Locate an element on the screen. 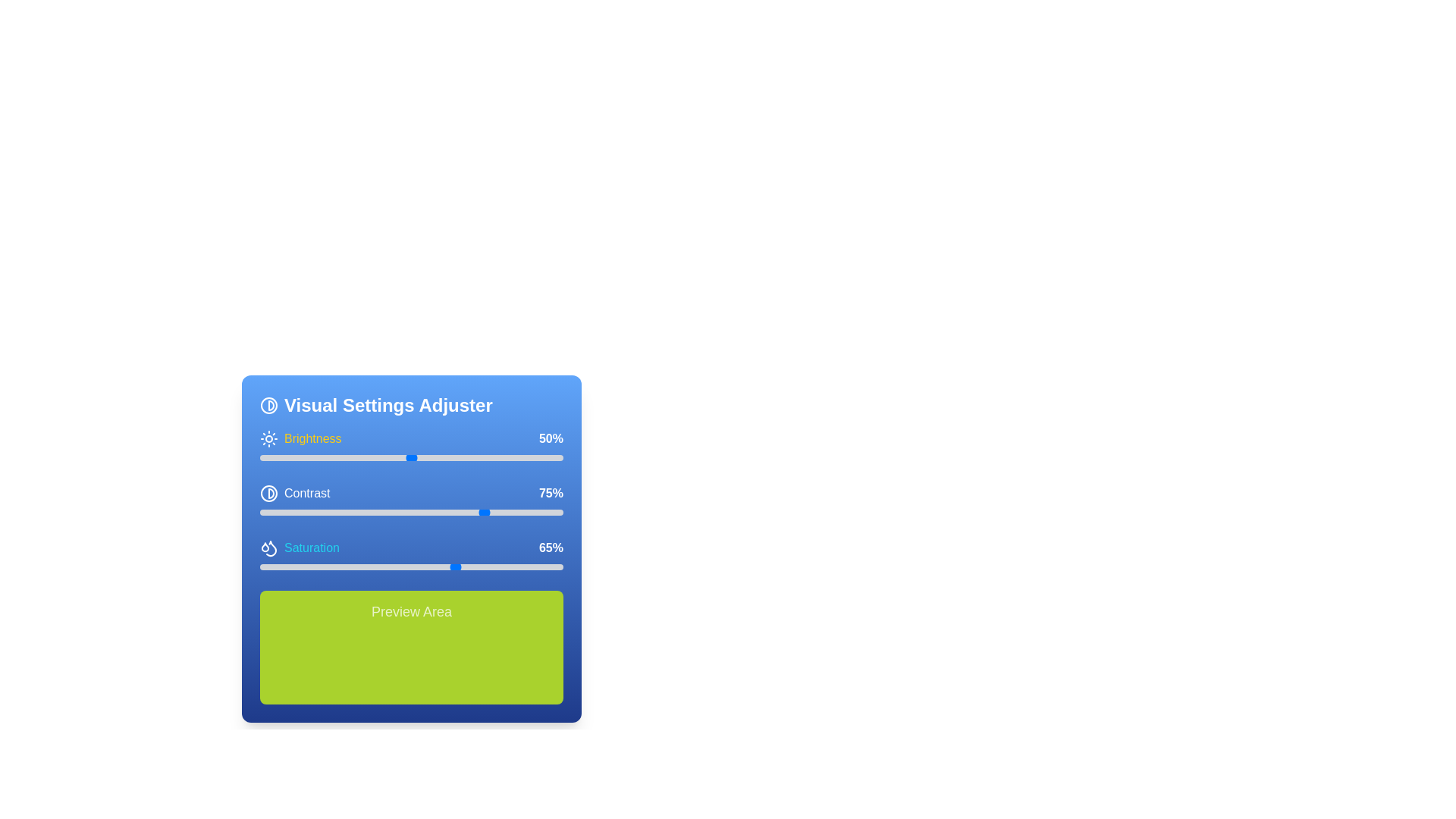 This screenshot has width=1456, height=819. the brightness adjustment label located to the right of the sun icon in the 'Visual Settings Adjuster' panel is located at coordinates (300, 438).